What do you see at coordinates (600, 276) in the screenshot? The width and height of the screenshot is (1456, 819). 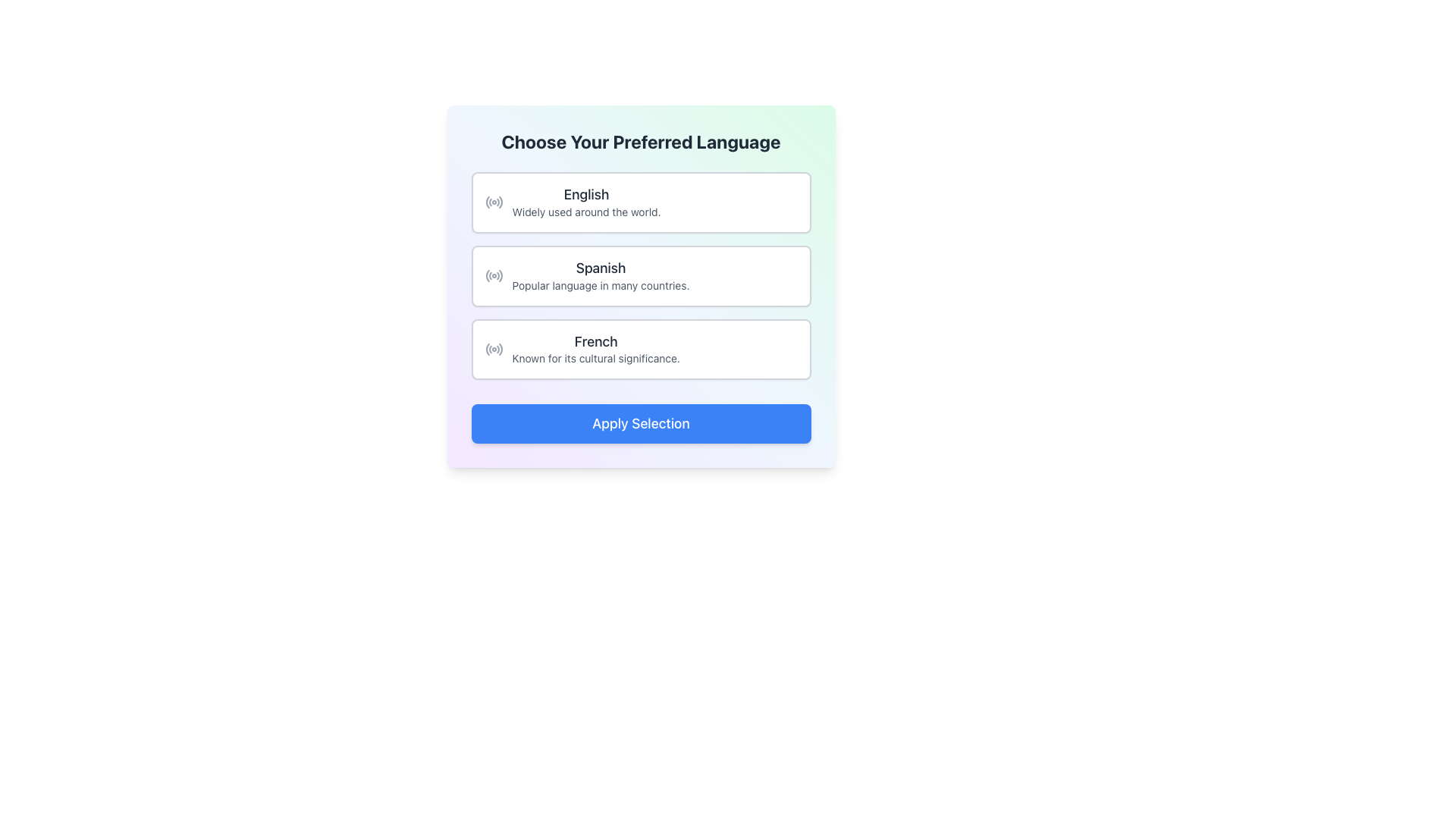 I see `the 'Spanish' text element, which is the second option in the vertical list of preferred languages, displaying the text 'Spanish' in bold and 'Popular language in many countries.' beneath it` at bounding box center [600, 276].